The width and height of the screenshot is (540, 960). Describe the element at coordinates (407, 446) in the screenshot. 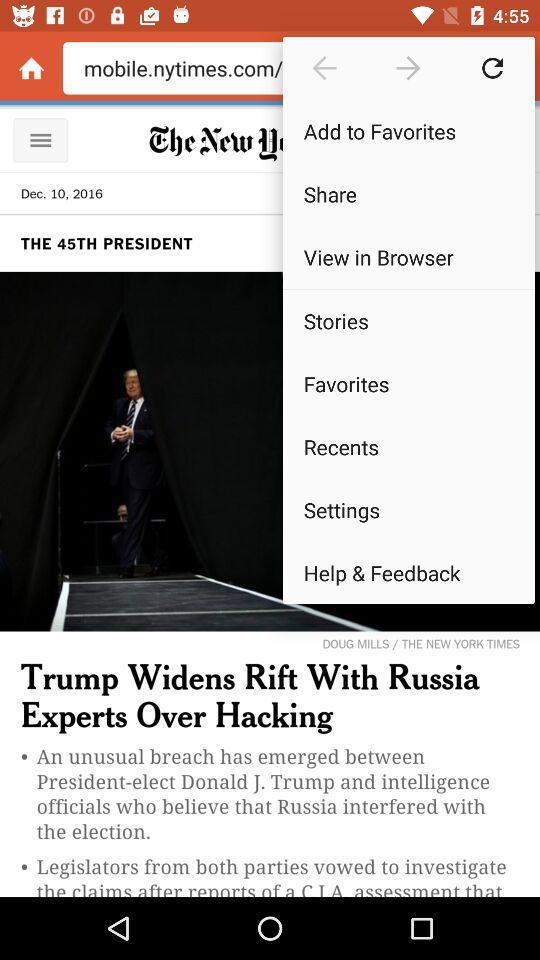

I see `the item below the favorites icon` at that location.